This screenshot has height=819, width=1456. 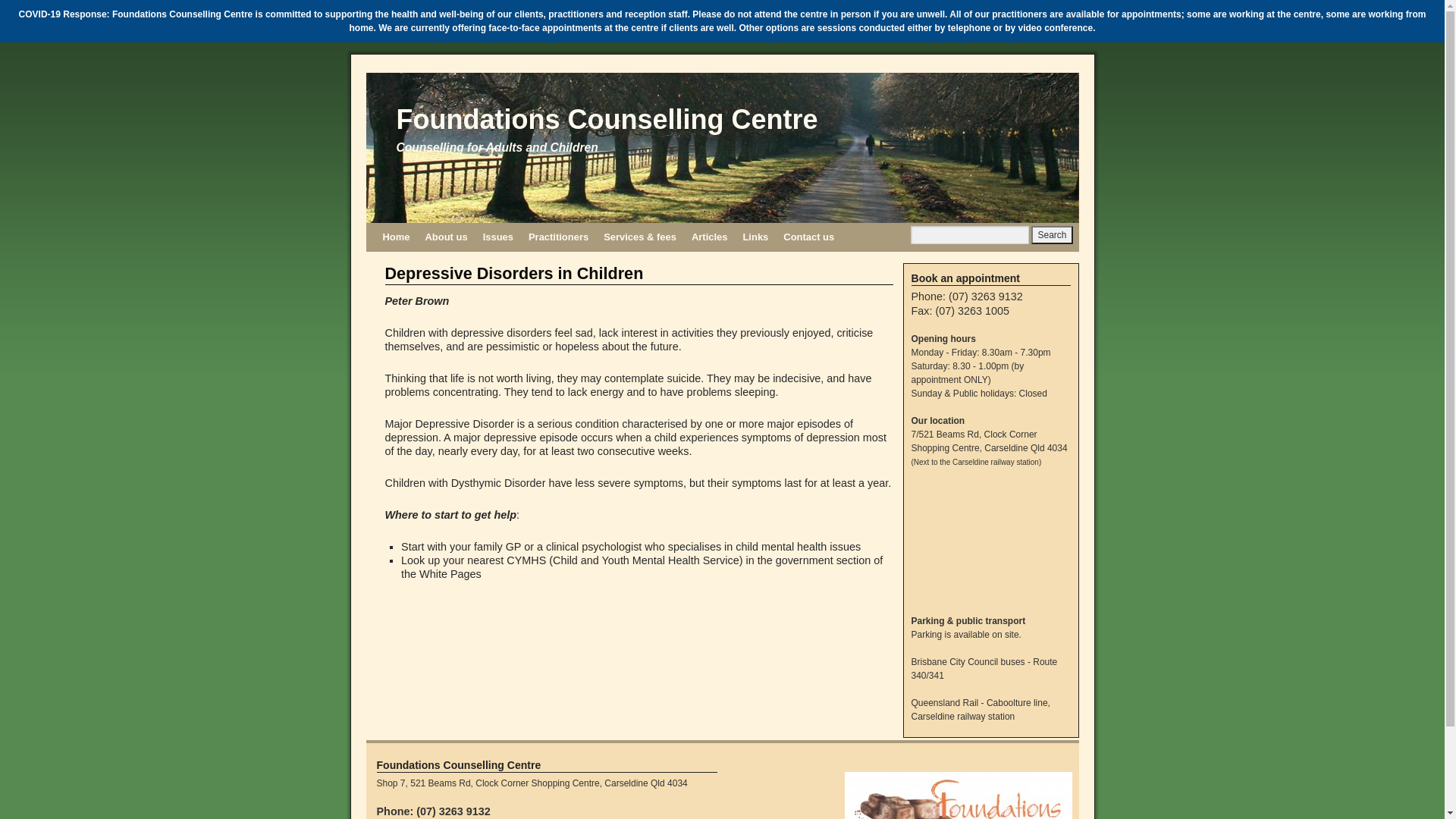 I want to click on 'Contact us', so click(x=808, y=237).